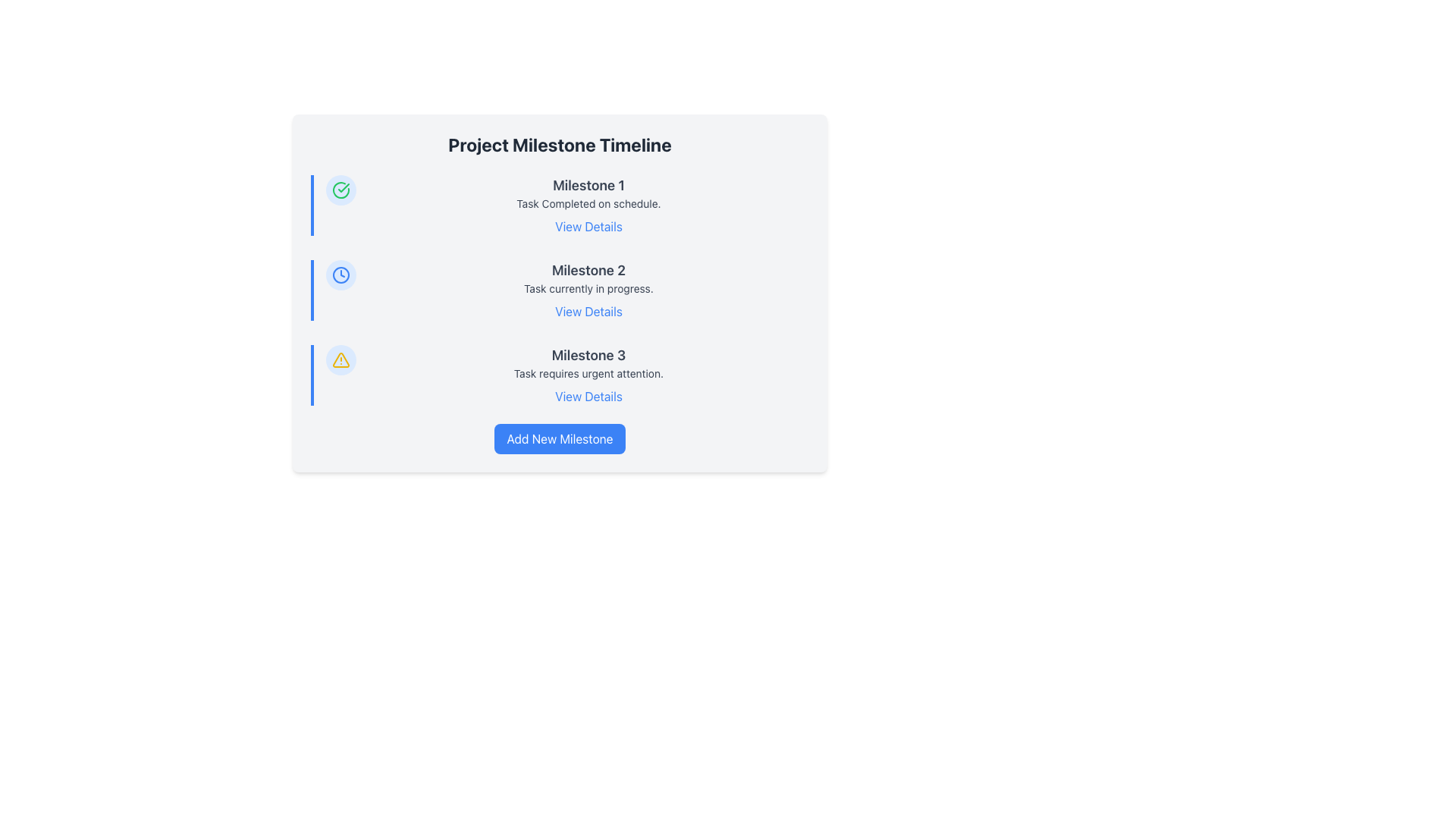 The image size is (1456, 819). I want to click on the status indicator icon located to the left of the 'Milestone 2' heading in the project timeline, which visually represents the progress of a task, so click(340, 275).